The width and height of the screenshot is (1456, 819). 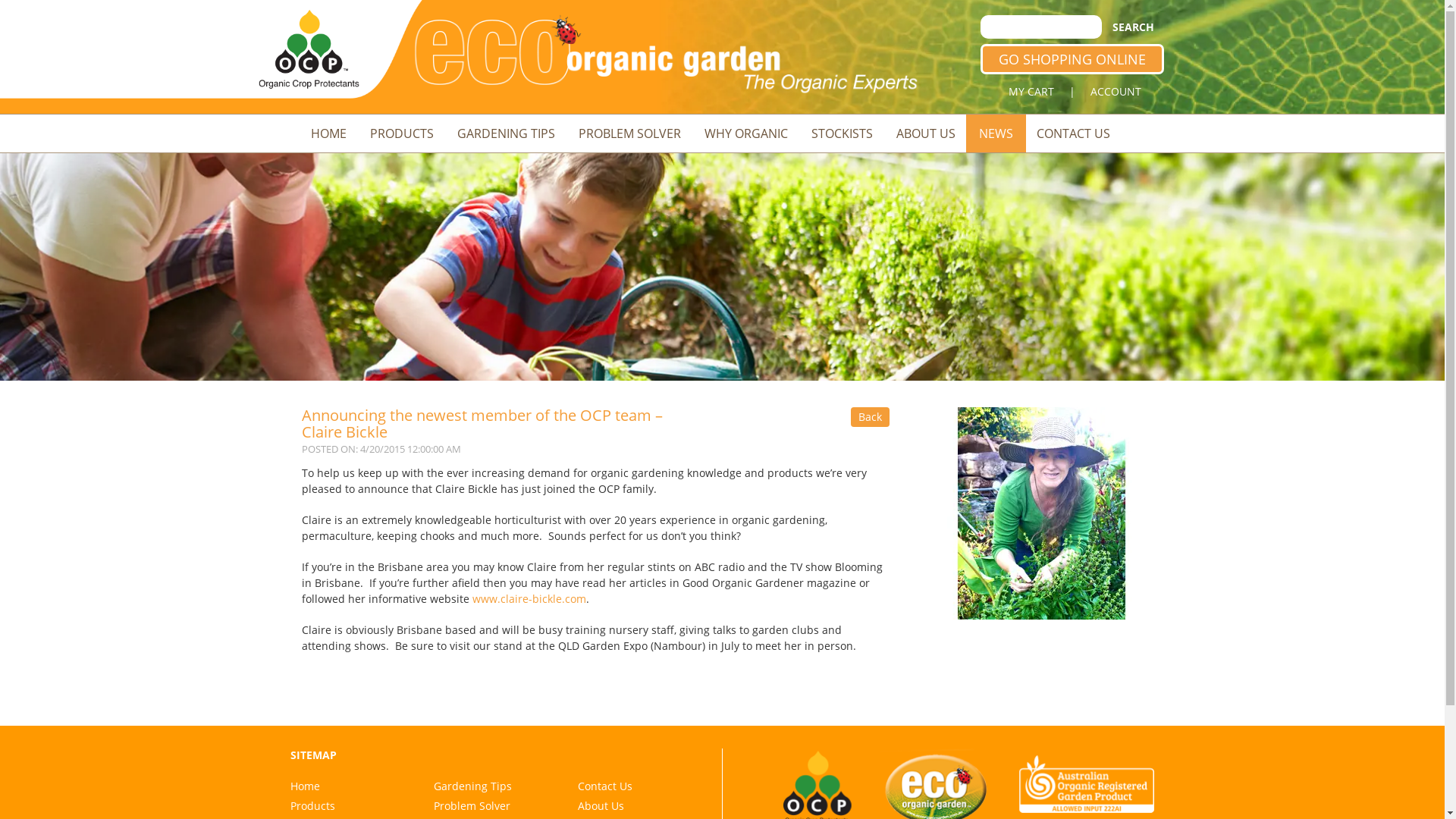 I want to click on 'STOCKISTS', so click(x=840, y=133).